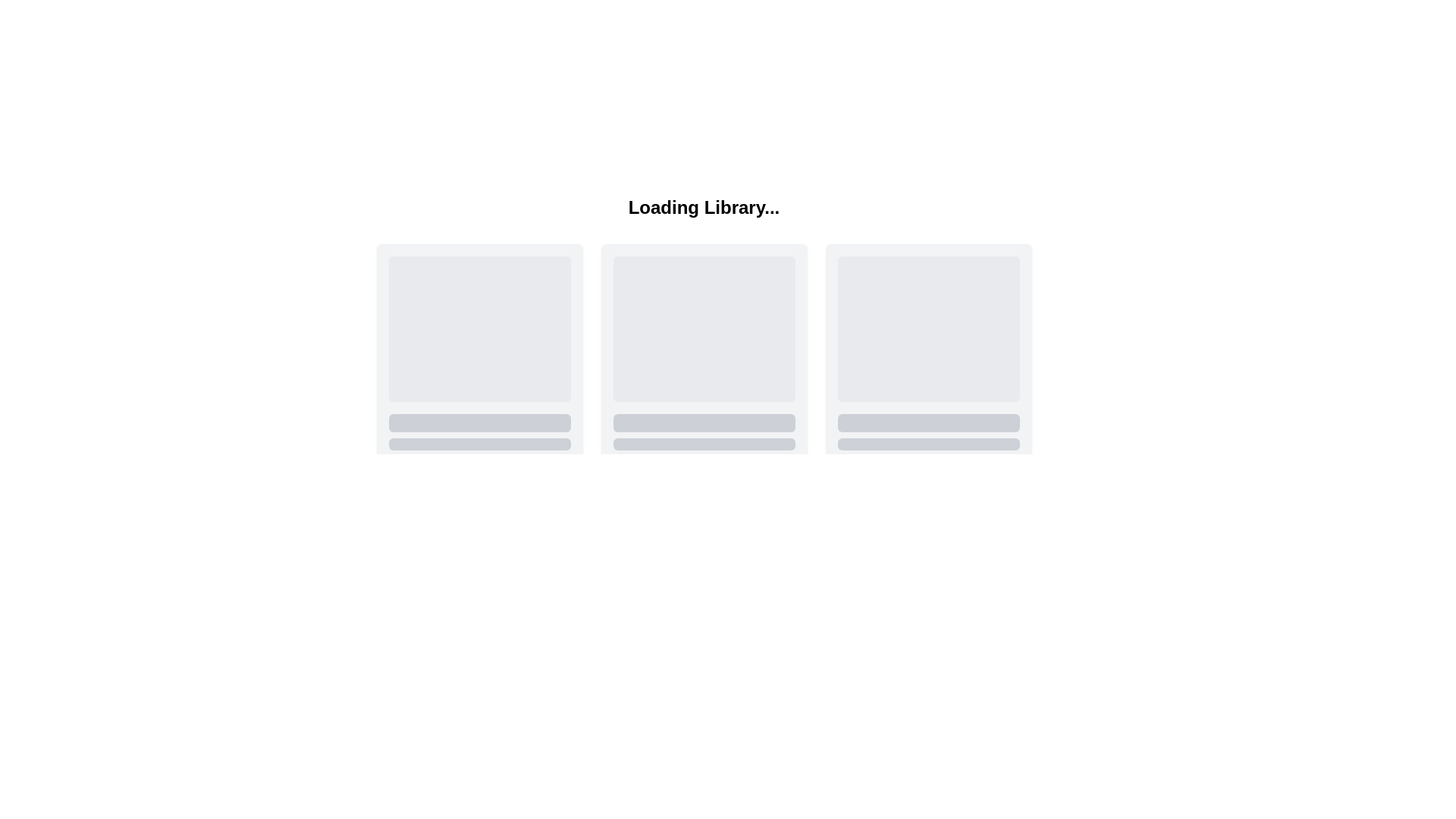 The height and width of the screenshot is (819, 1456). What do you see at coordinates (927, 444) in the screenshot?
I see `the Decorative Bar located at the bottom of the rightmost card in a group of three horizontally aligned cards` at bounding box center [927, 444].